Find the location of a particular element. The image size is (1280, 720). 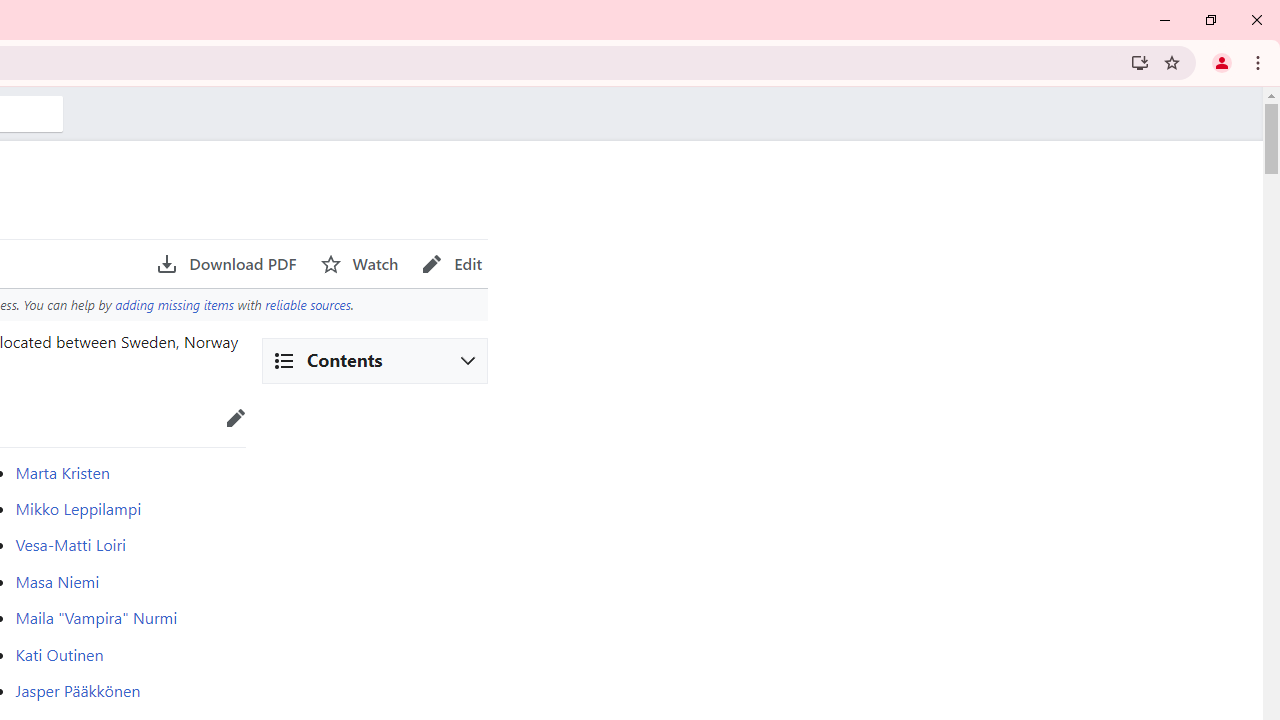

'Install Wikipedia' is located at coordinates (1139, 61).